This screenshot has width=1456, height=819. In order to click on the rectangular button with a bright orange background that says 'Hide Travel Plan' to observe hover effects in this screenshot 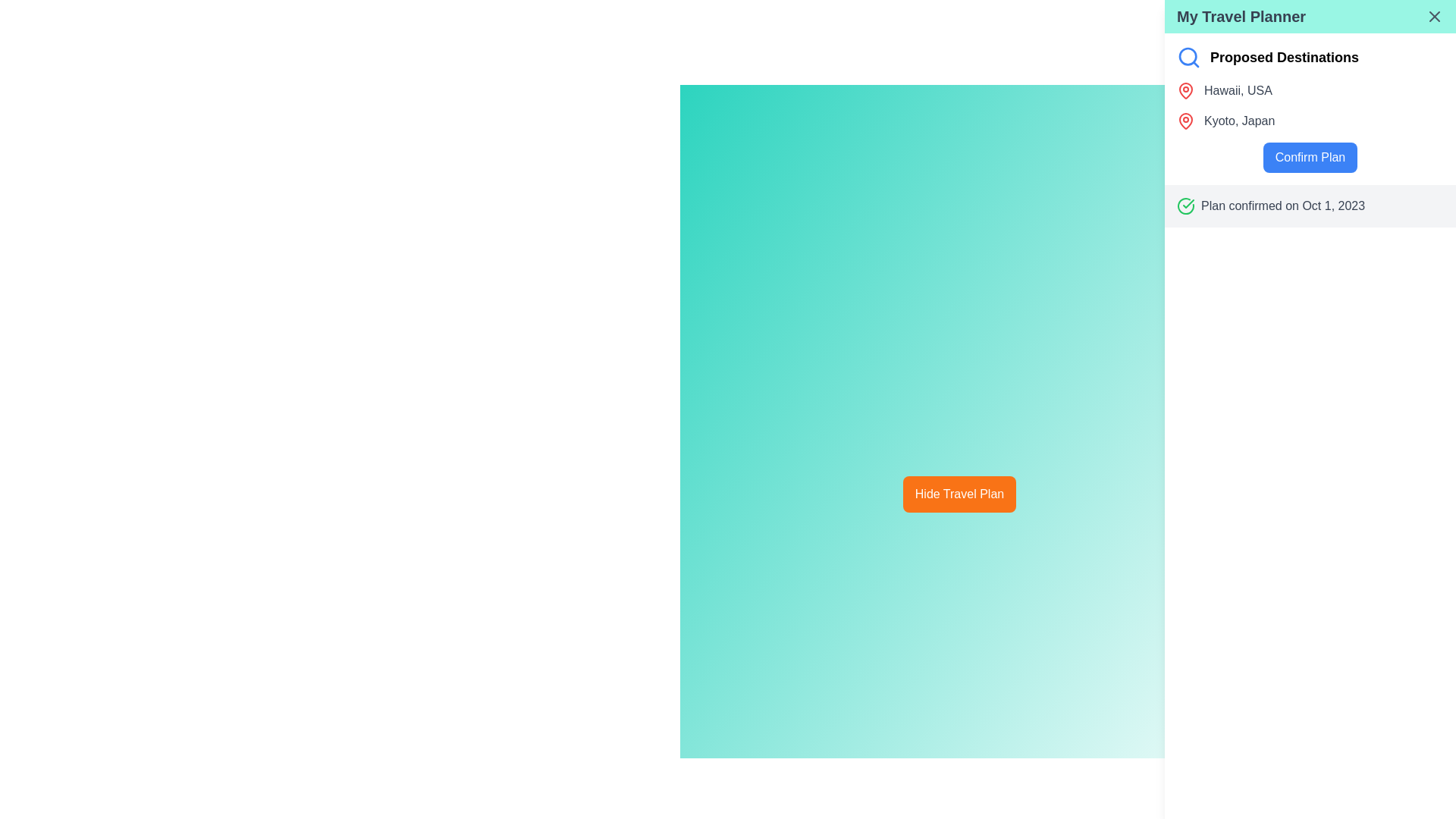, I will do `click(959, 494)`.